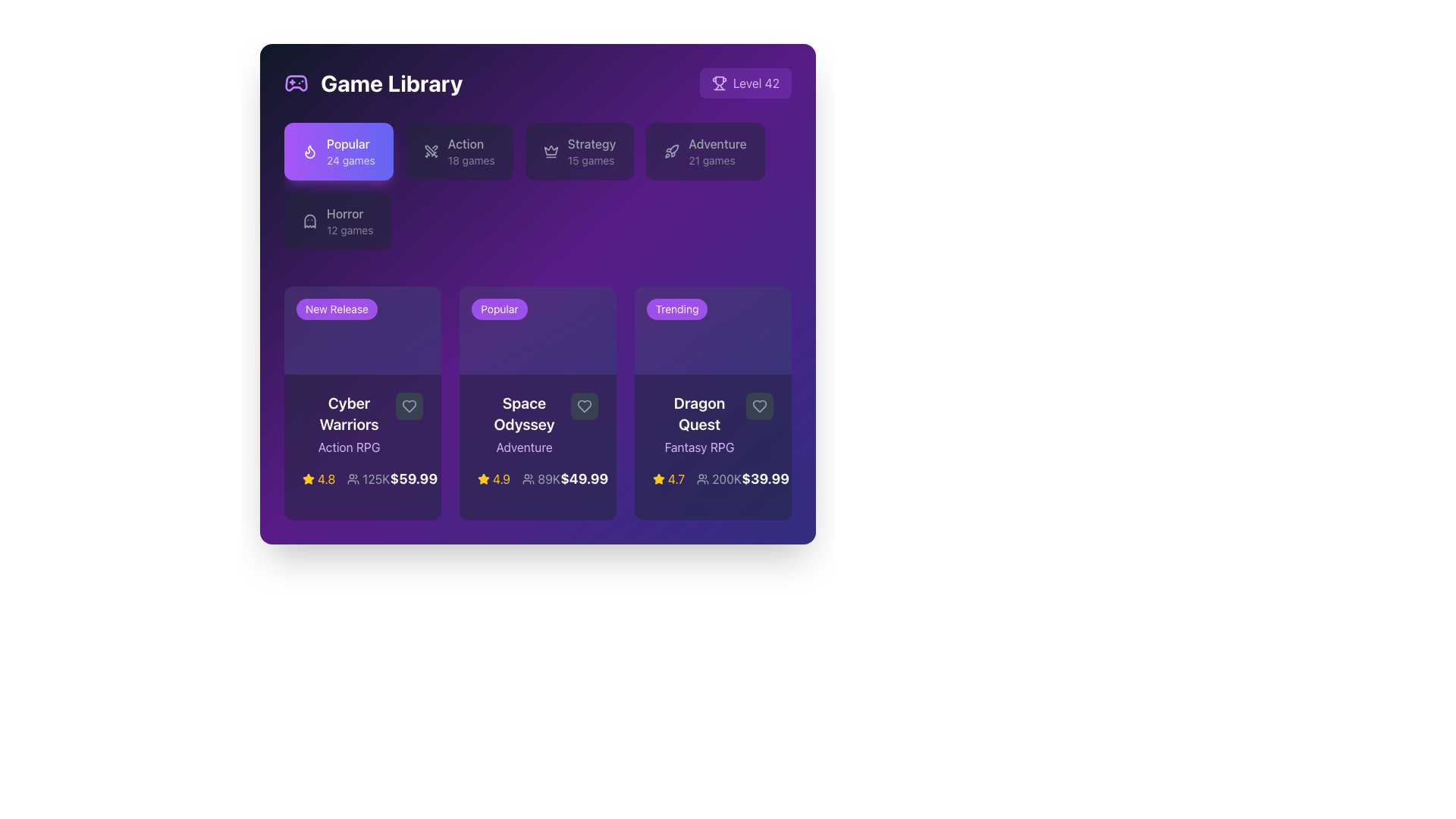 The height and width of the screenshot is (819, 1456). What do you see at coordinates (494, 479) in the screenshot?
I see `the Rating indicator consisting of a star icon and numerical value, located in the second card from the left in the middle row of the 'Game Library' section, beneath 'Adventure' and above '$49.99'` at bounding box center [494, 479].